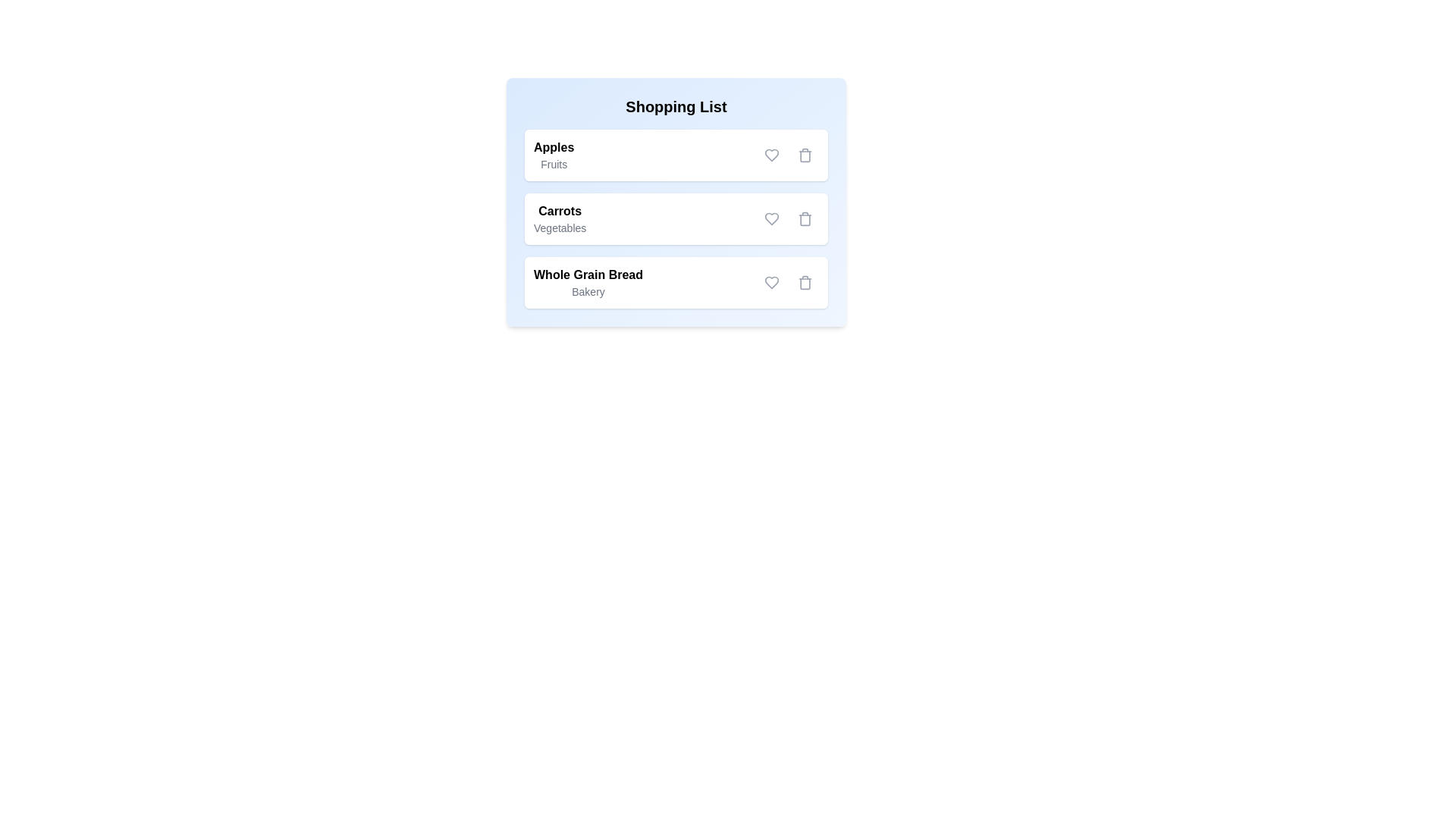 This screenshot has height=819, width=1456. I want to click on like button for the item Apples to toggle its liked status, so click(771, 155).